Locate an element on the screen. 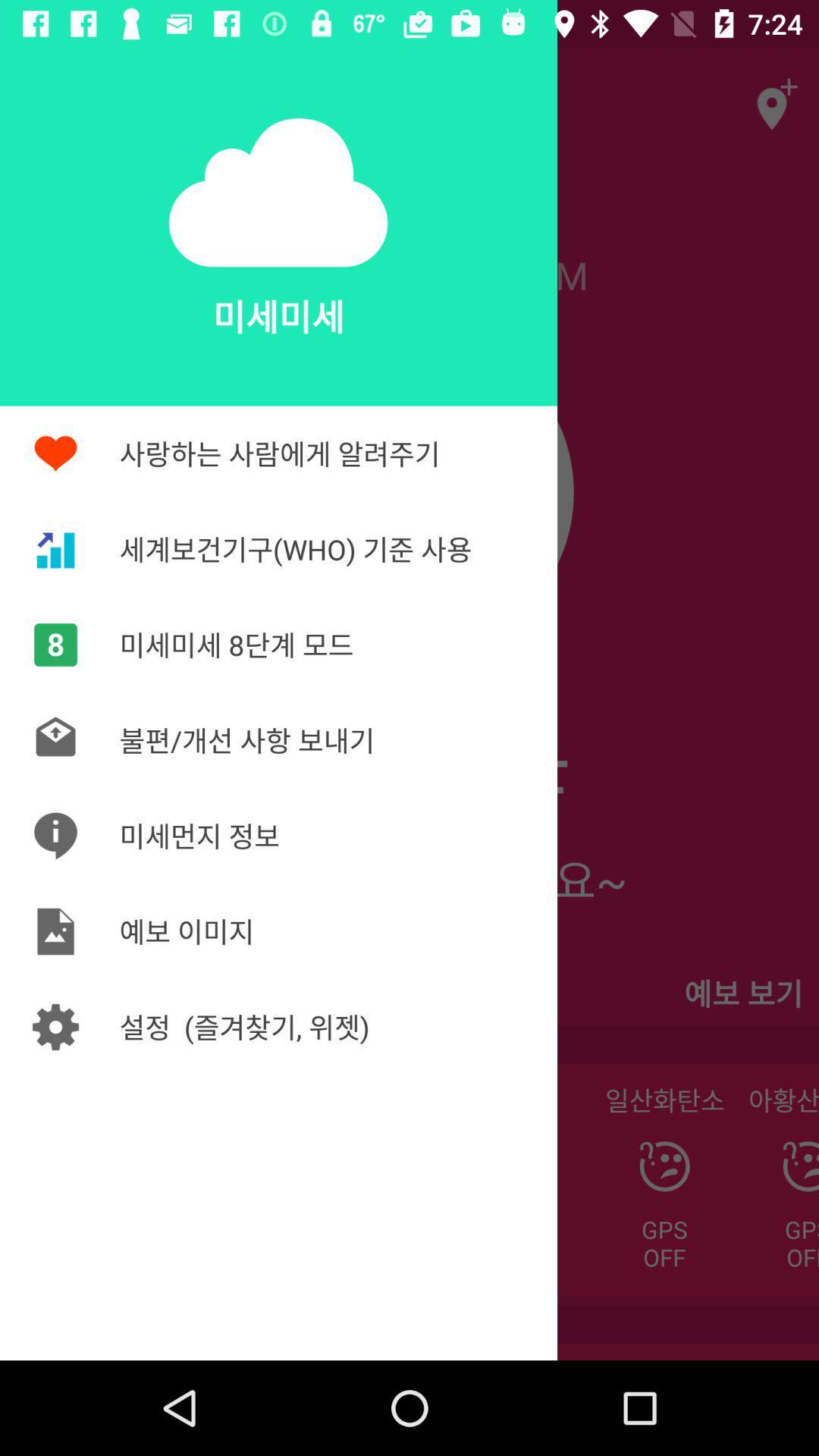 Image resolution: width=819 pixels, height=1456 pixels. the location icon is located at coordinates (771, 94).